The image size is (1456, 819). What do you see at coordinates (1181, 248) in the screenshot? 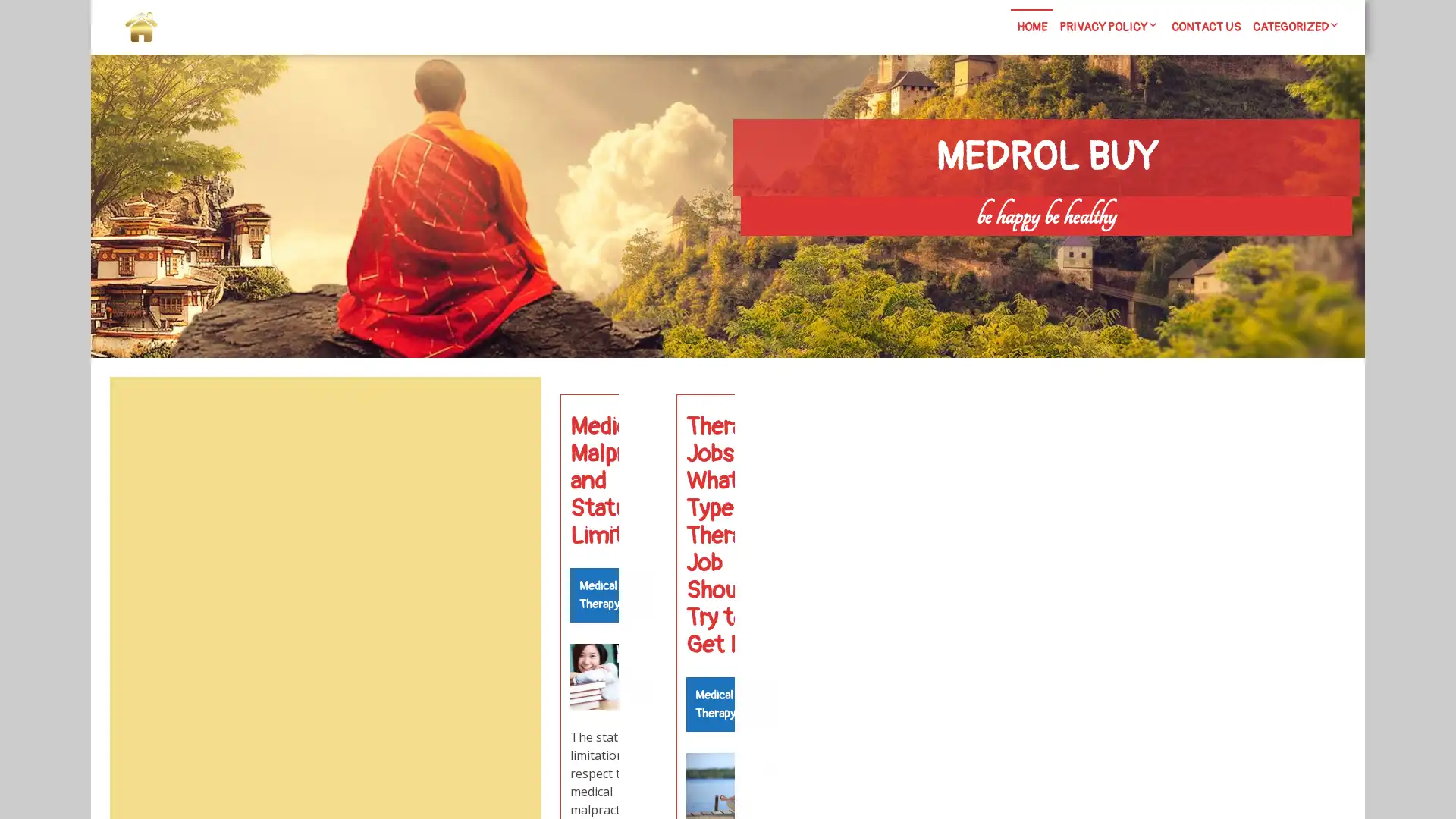
I see `Search` at bounding box center [1181, 248].